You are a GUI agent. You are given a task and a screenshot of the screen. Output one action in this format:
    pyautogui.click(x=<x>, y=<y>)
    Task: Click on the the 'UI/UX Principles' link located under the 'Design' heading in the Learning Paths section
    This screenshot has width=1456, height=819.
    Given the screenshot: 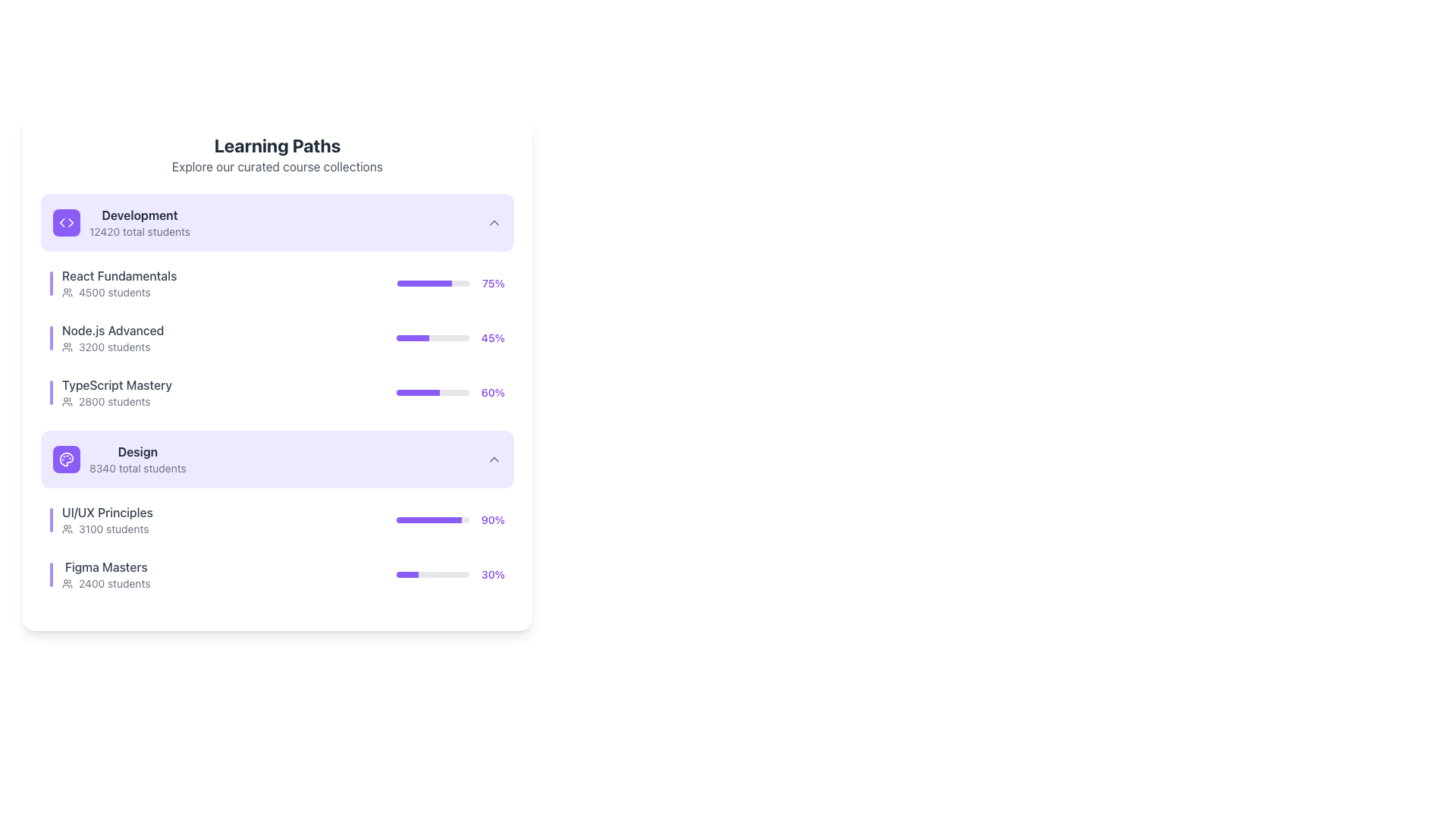 What is the action you would take?
    pyautogui.click(x=101, y=519)
    